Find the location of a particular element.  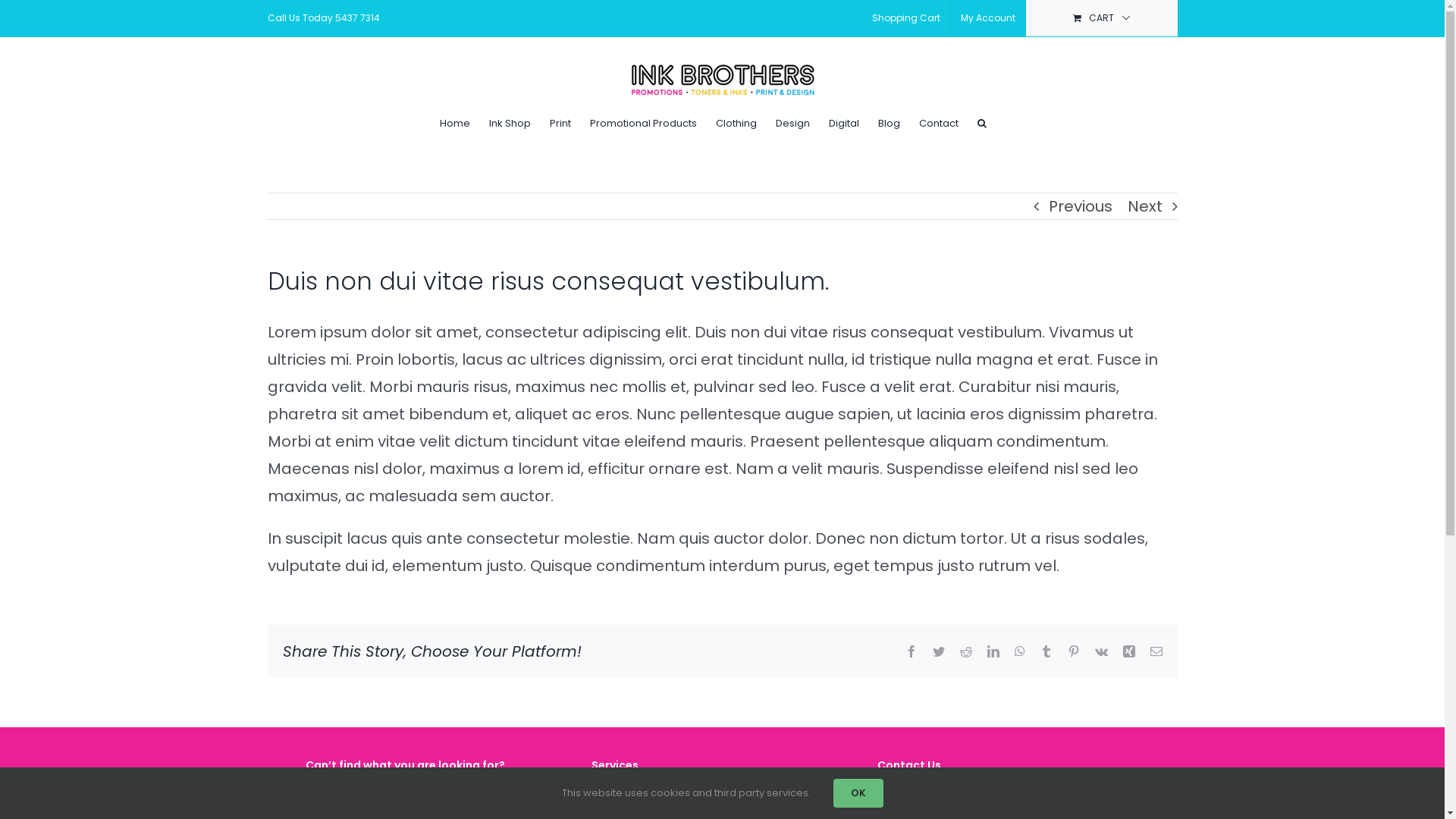

'Log In' is located at coordinates (1055, 178).